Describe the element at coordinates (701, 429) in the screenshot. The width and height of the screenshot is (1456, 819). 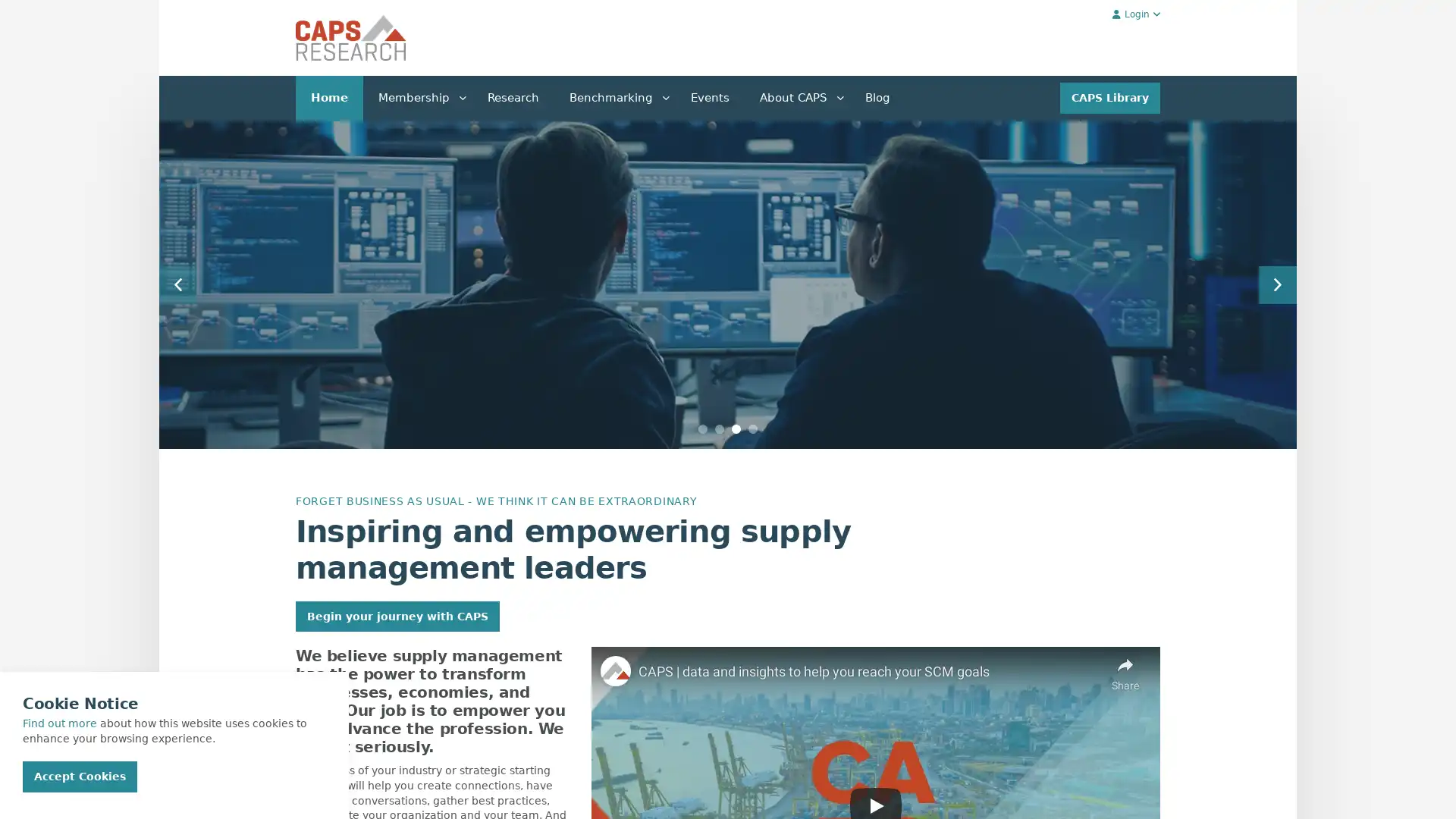
I see `1` at that location.